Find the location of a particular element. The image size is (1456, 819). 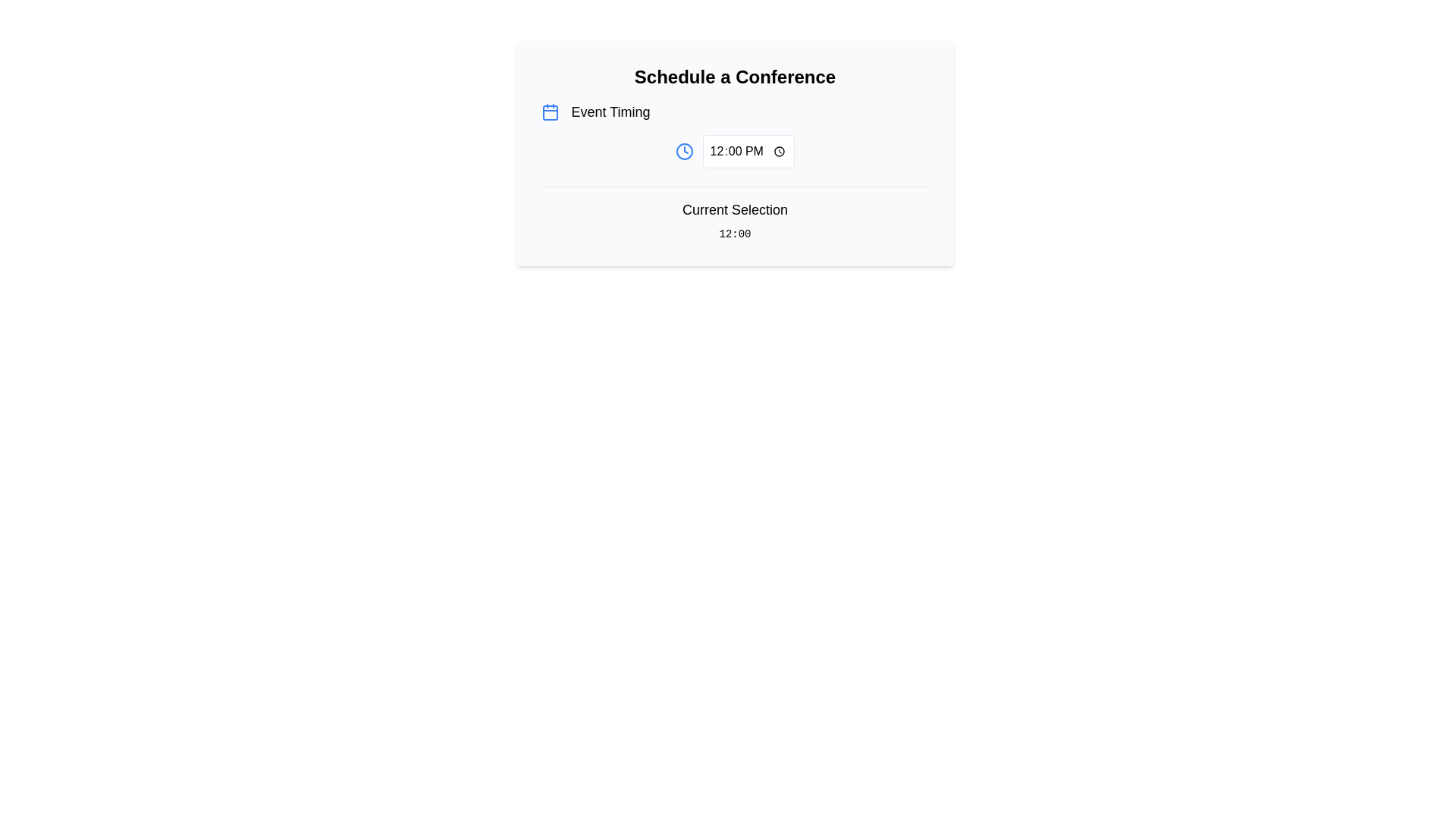

the clock face outline graphical component which is part of the clock icon located to the left of the time input field displaying '12:00 PM' is located at coordinates (683, 152).